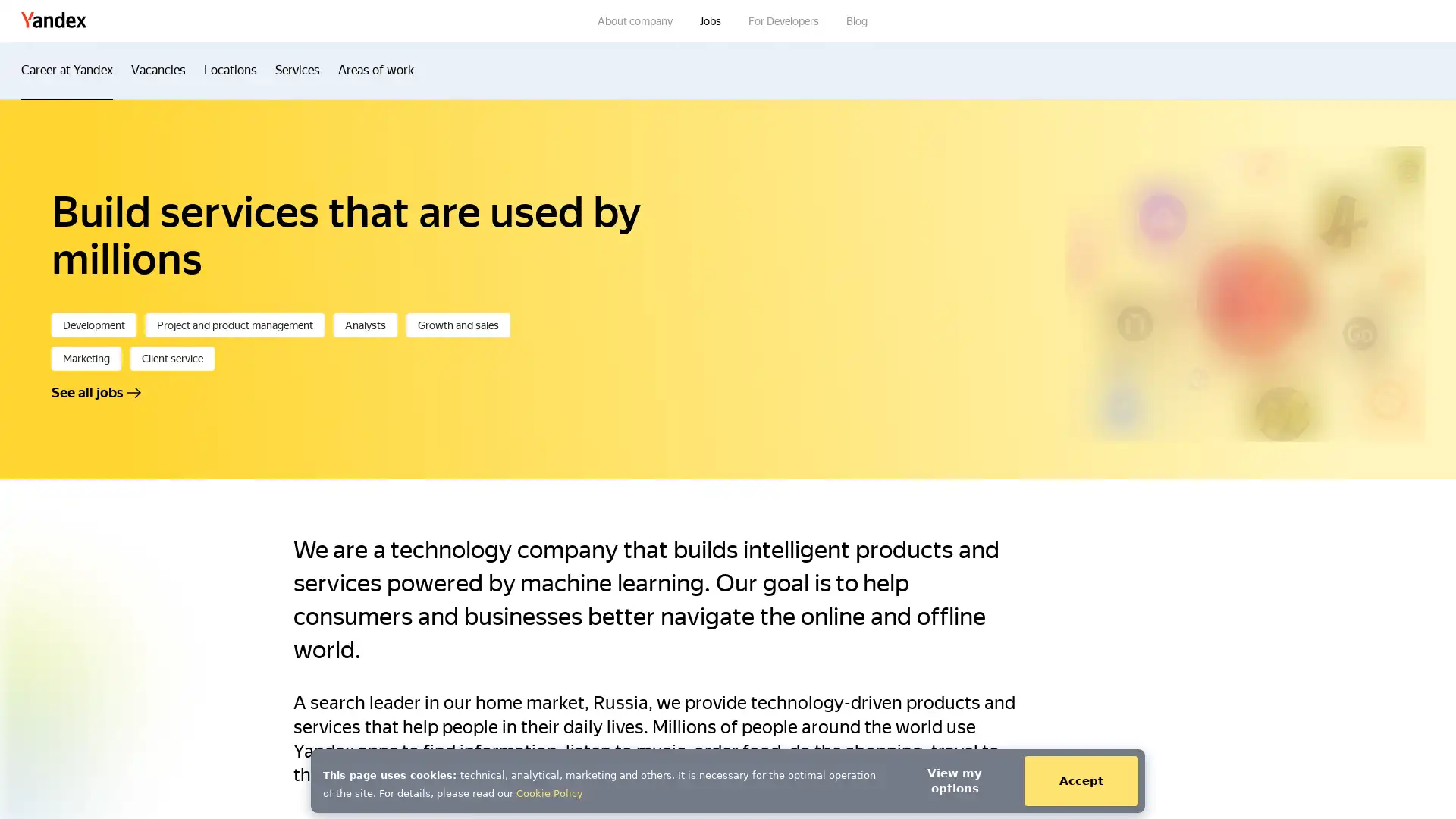 This screenshot has height=819, width=1456. Describe the element at coordinates (1080, 780) in the screenshot. I see `Accept` at that location.